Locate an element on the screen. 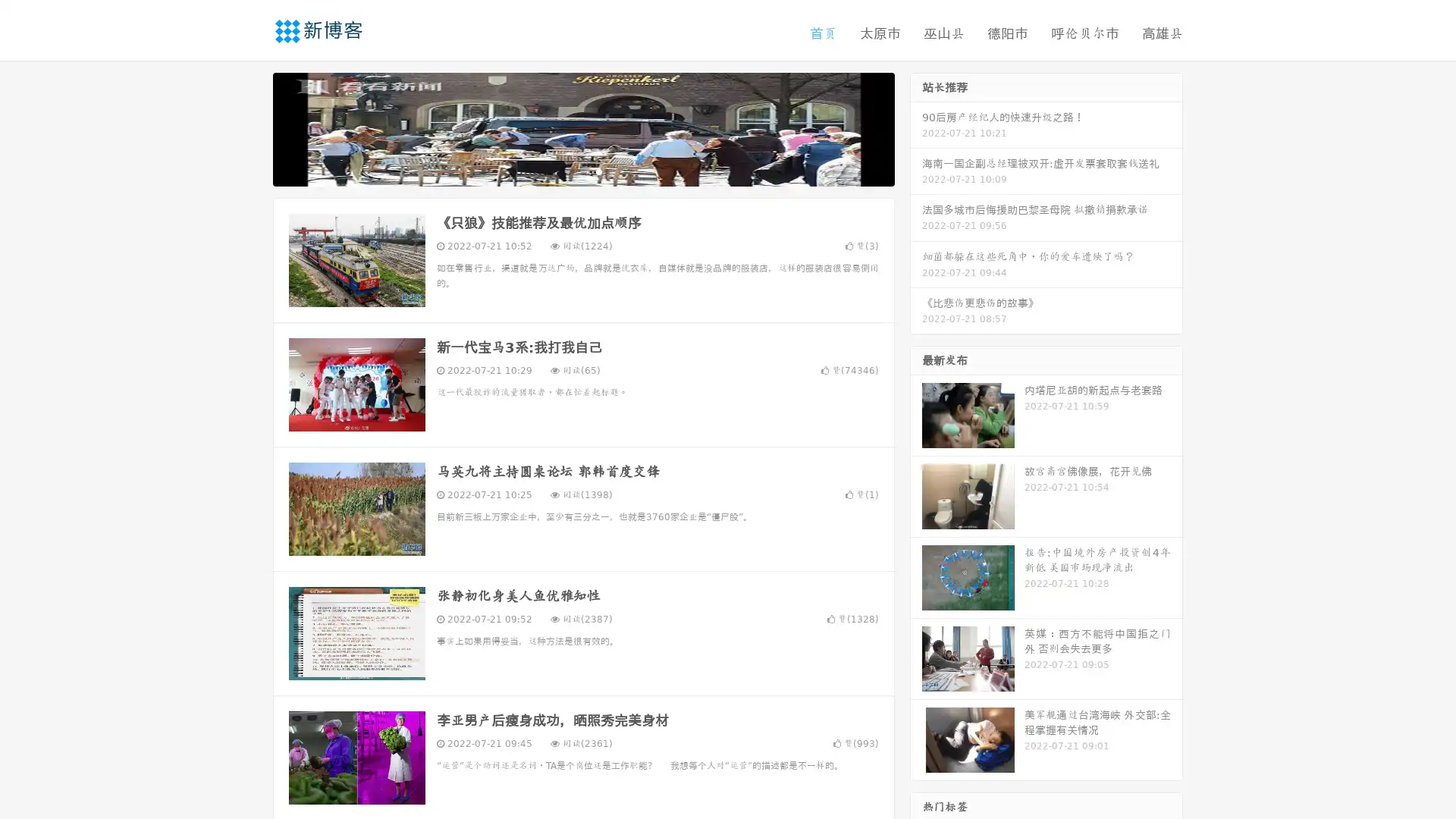 Image resolution: width=1456 pixels, height=819 pixels. Previous slide is located at coordinates (250, 127).